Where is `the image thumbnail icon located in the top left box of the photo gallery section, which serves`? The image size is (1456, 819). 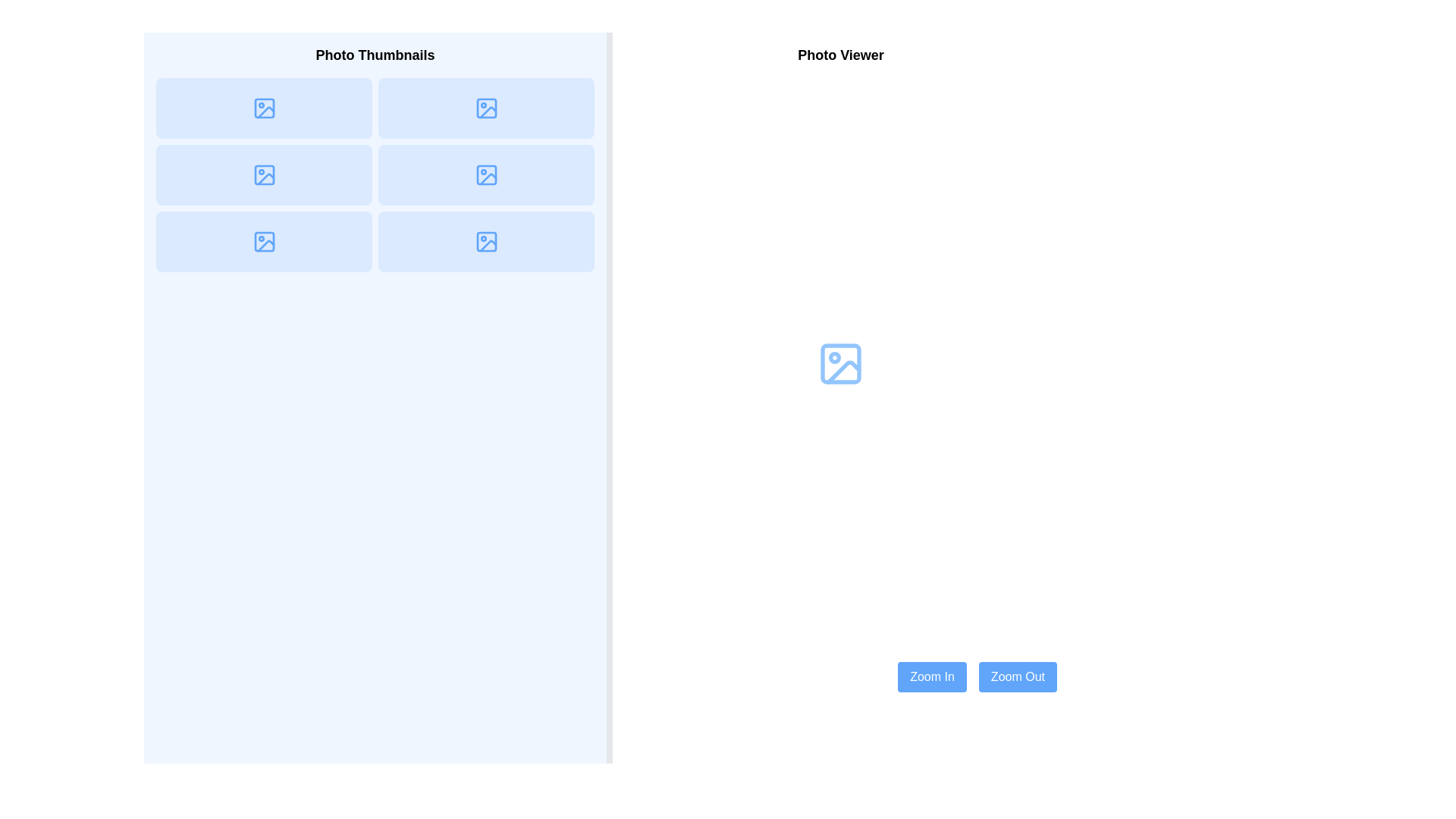
the image thumbnail icon located in the top left box of the photo gallery section, which serves is located at coordinates (264, 107).